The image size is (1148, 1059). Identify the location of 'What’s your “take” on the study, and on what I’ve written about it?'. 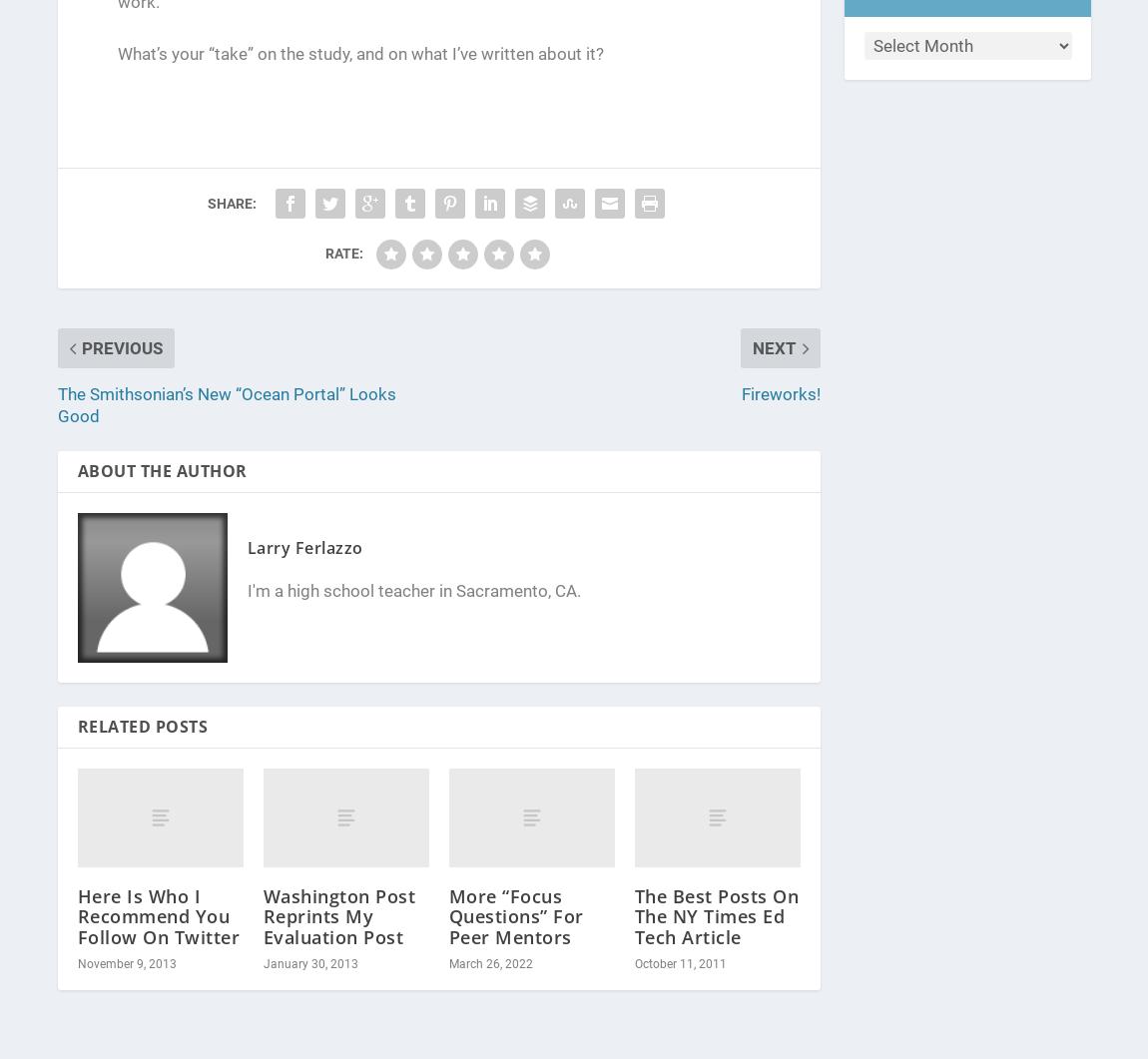
(359, 54).